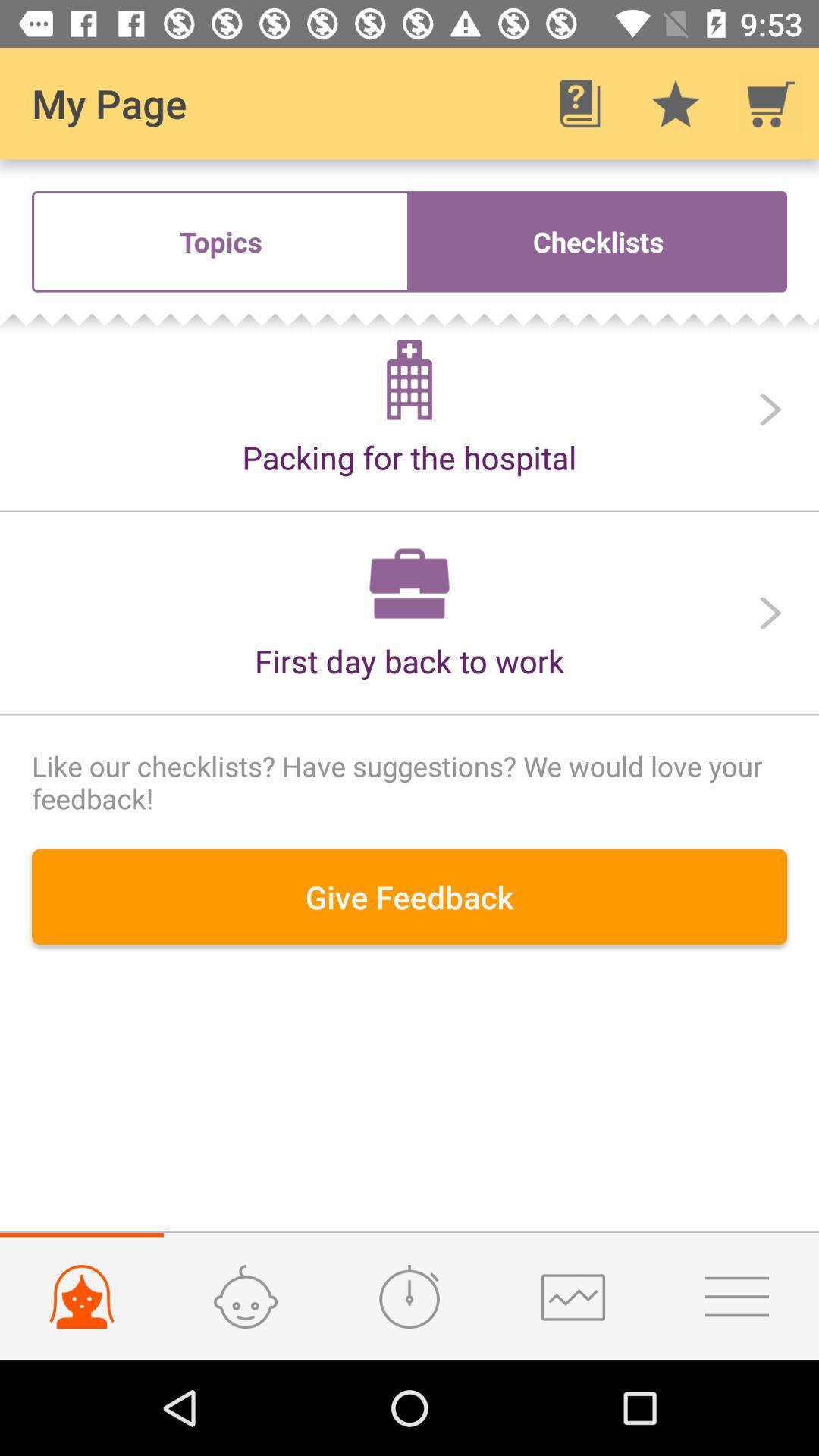 Image resolution: width=819 pixels, height=1456 pixels. Describe the element at coordinates (220, 240) in the screenshot. I see `topics item` at that location.